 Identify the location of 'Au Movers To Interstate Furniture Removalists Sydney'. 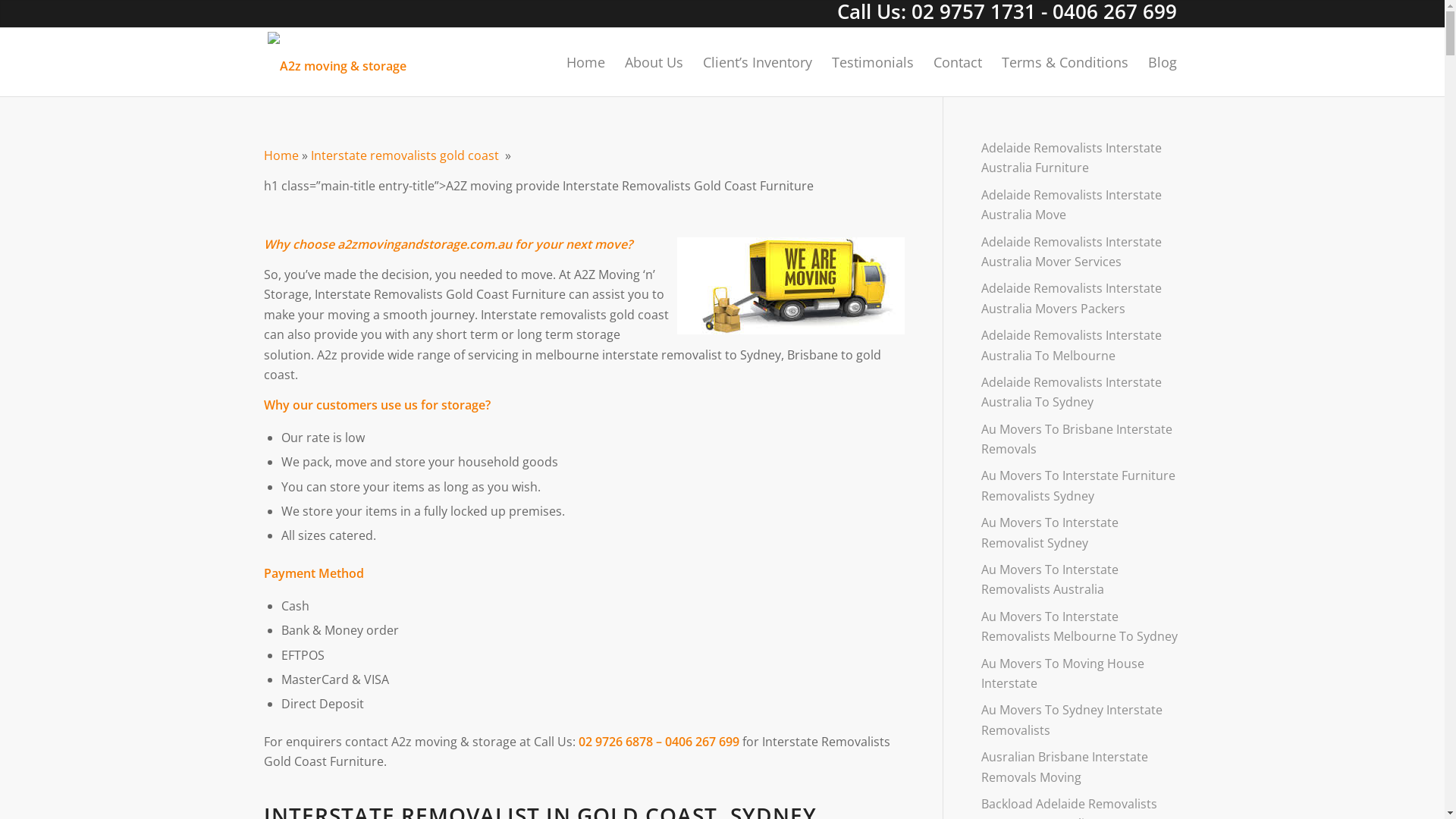
(1080, 485).